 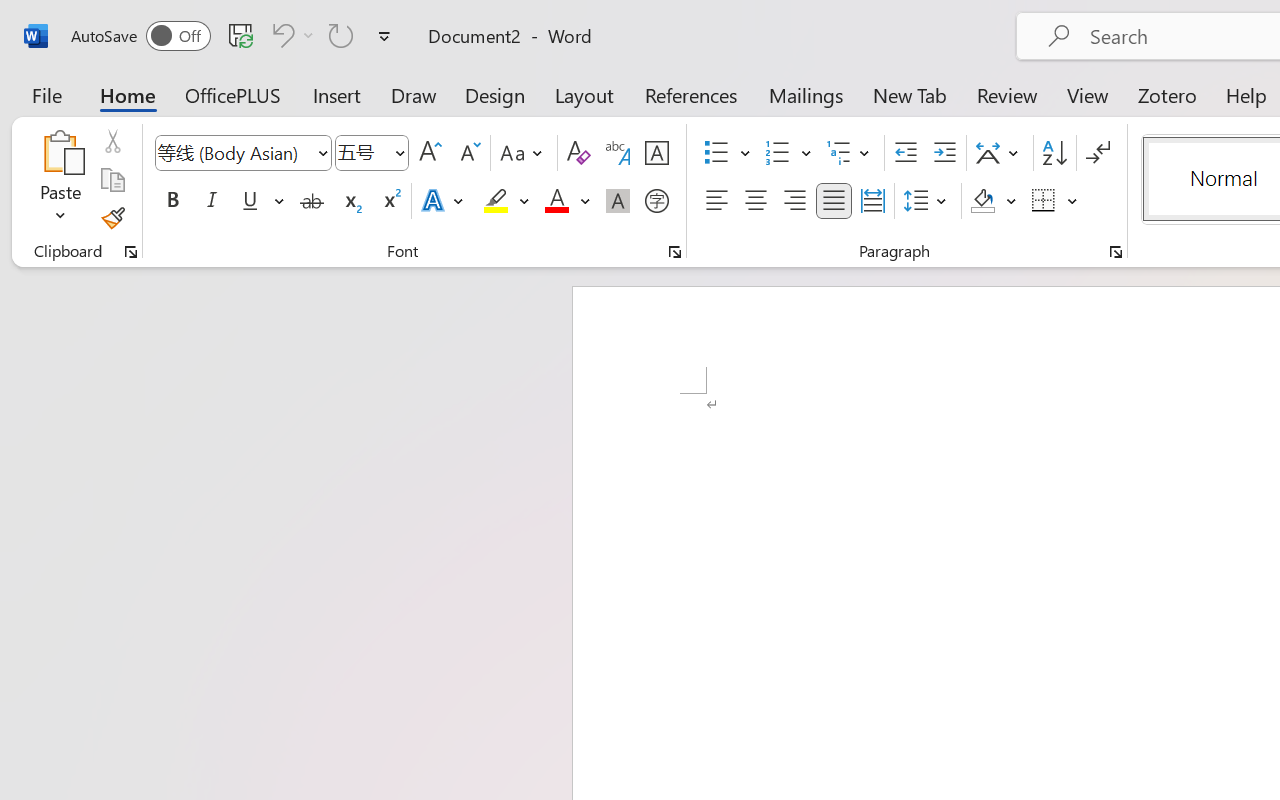 I want to click on 'Distributed', so click(x=872, y=201).